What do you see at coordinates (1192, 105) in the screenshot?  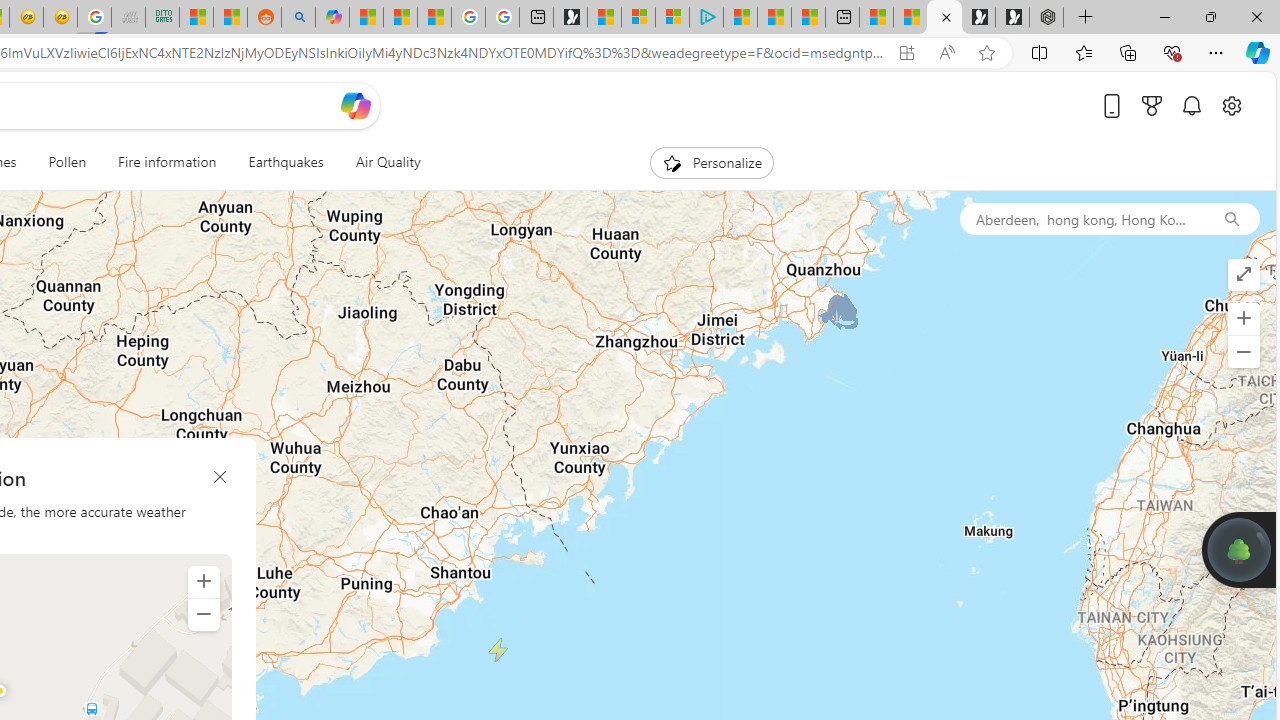 I see `'Notifications'` at bounding box center [1192, 105].